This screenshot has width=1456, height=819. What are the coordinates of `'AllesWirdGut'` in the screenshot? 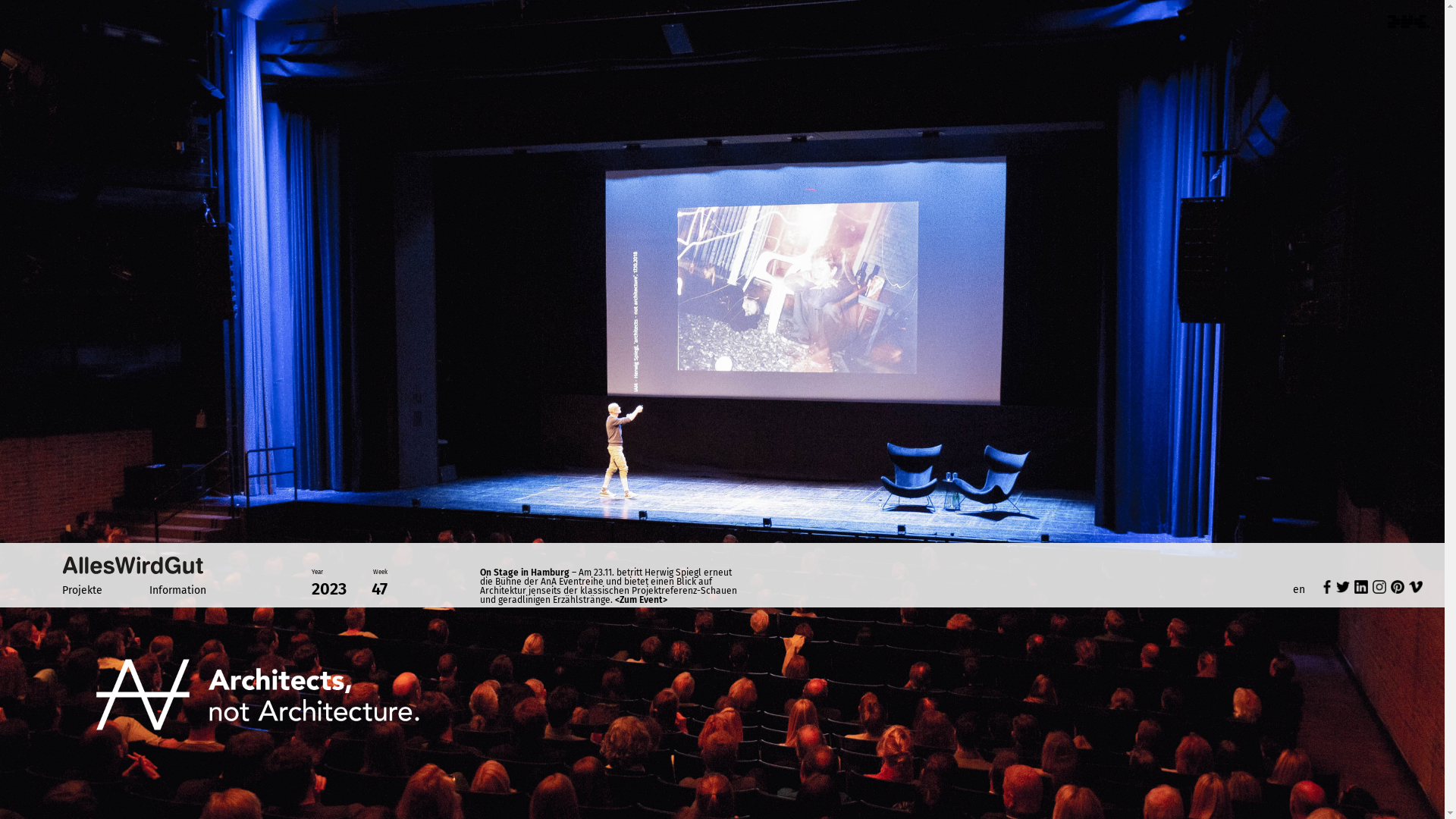 It's located at (61, 564).